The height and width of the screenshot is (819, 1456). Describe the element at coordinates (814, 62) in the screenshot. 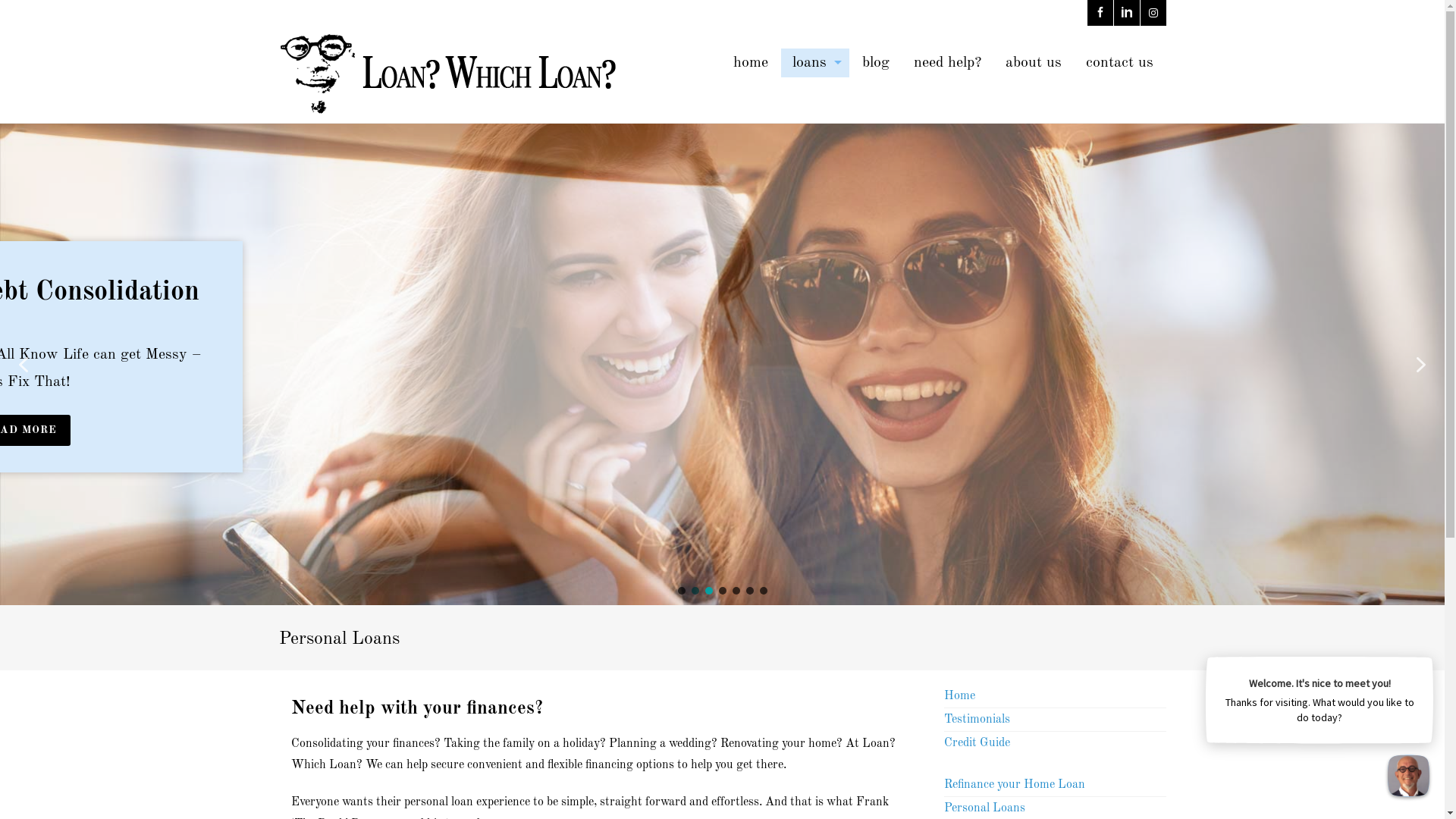

I see `'loans'` at that location.